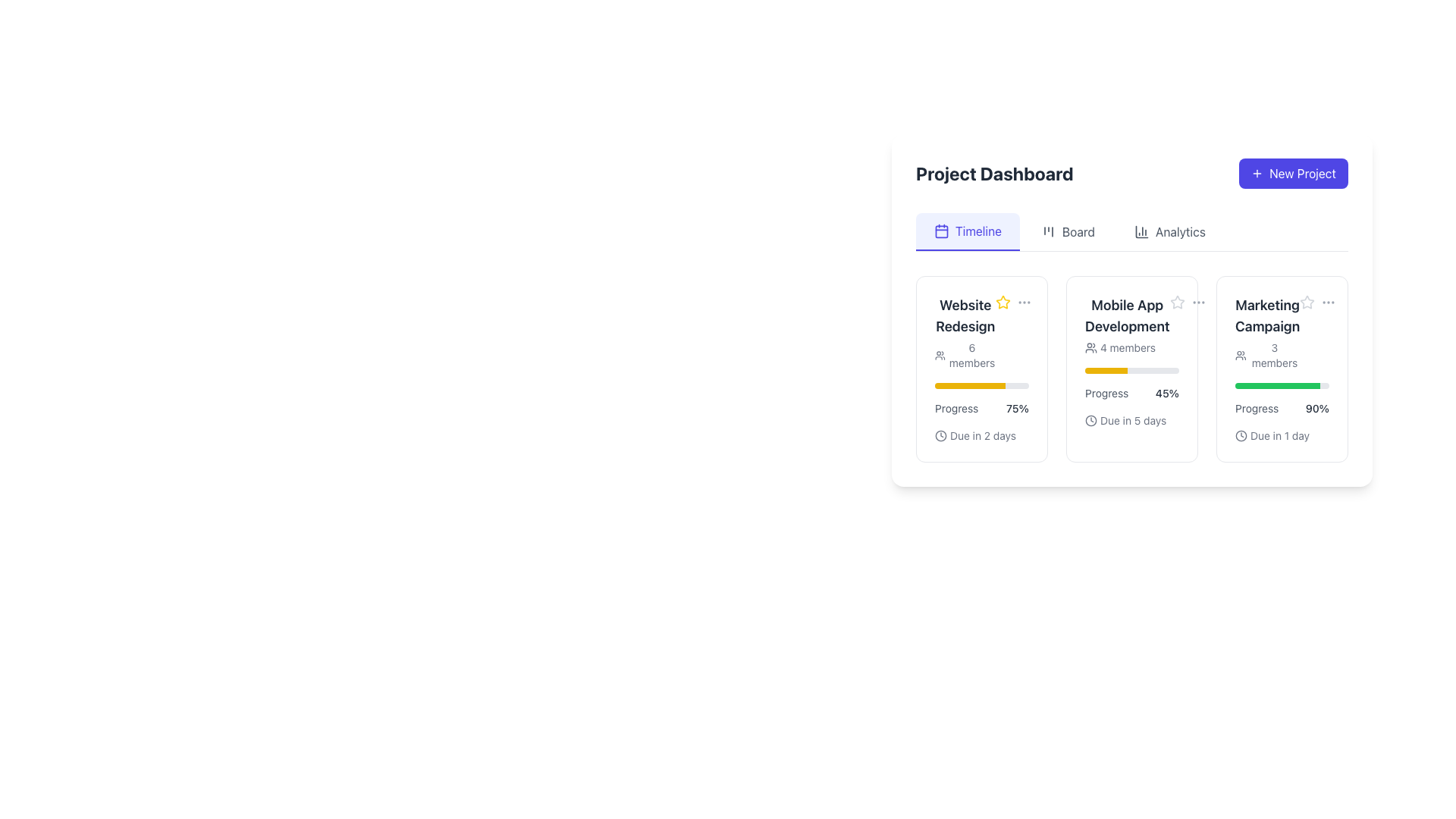 The image size is (1456, 819). I want to click on the progress bar that represents 75% completion located in the 'Website Redesign' card section, situated between the '6 members' icon and the progress status text, so click(982, 385).